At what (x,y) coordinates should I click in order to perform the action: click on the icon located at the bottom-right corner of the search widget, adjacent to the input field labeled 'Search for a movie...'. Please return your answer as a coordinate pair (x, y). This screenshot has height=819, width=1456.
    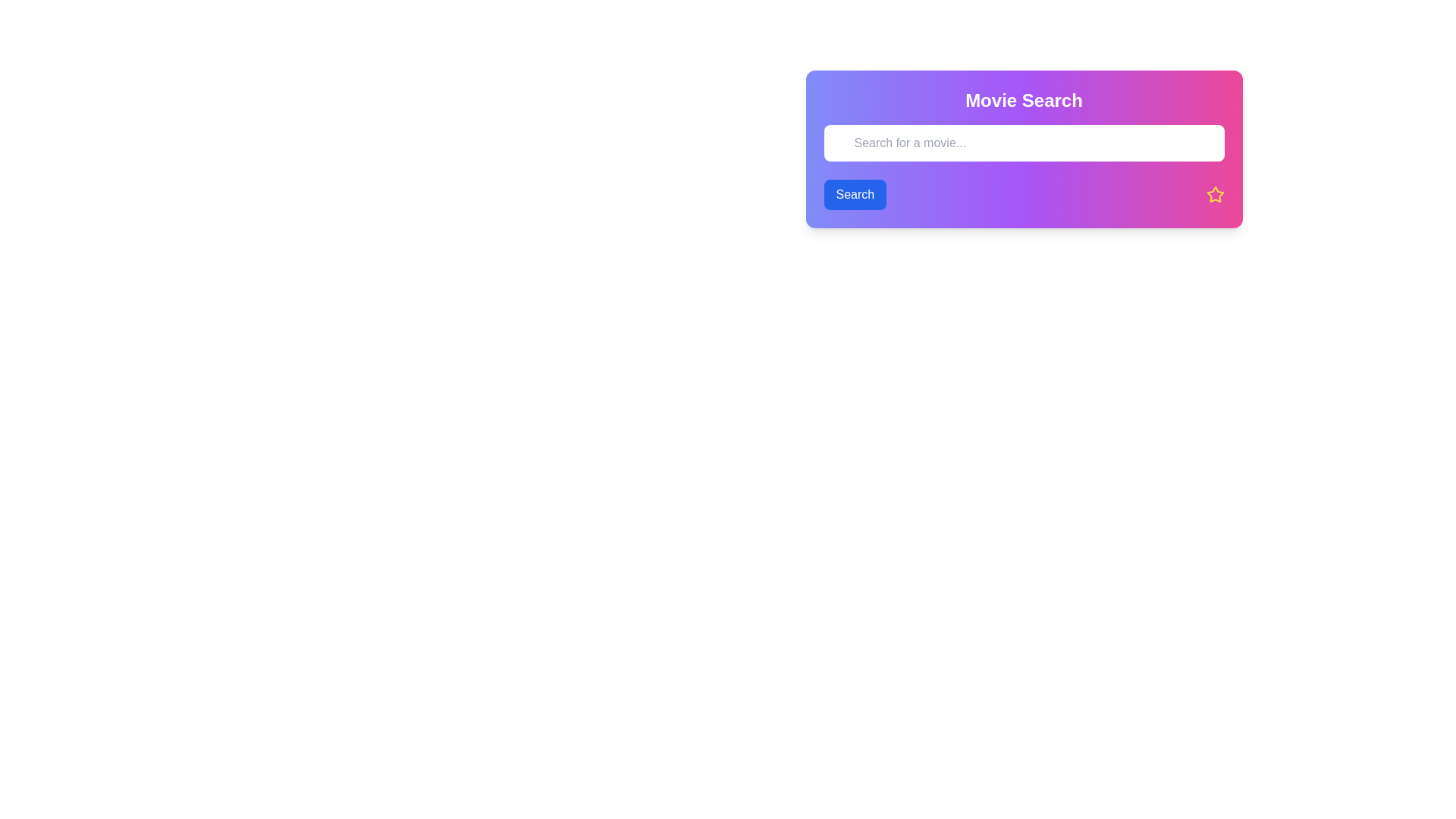
    Looking at the image, I should click on (1215, 193).